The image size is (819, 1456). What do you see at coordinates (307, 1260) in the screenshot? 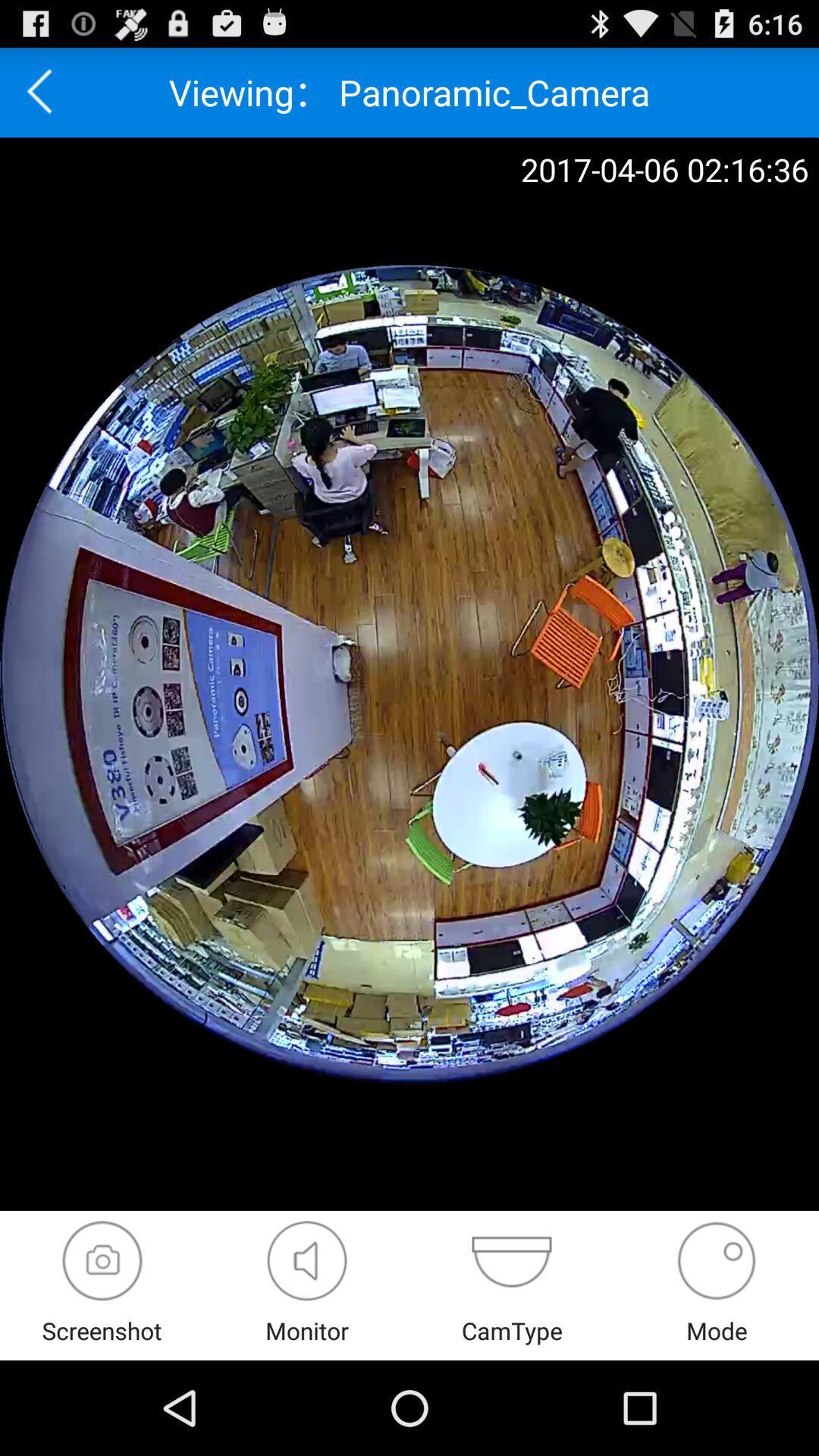
I see `camera audio` at bounding box center [307, 1260].